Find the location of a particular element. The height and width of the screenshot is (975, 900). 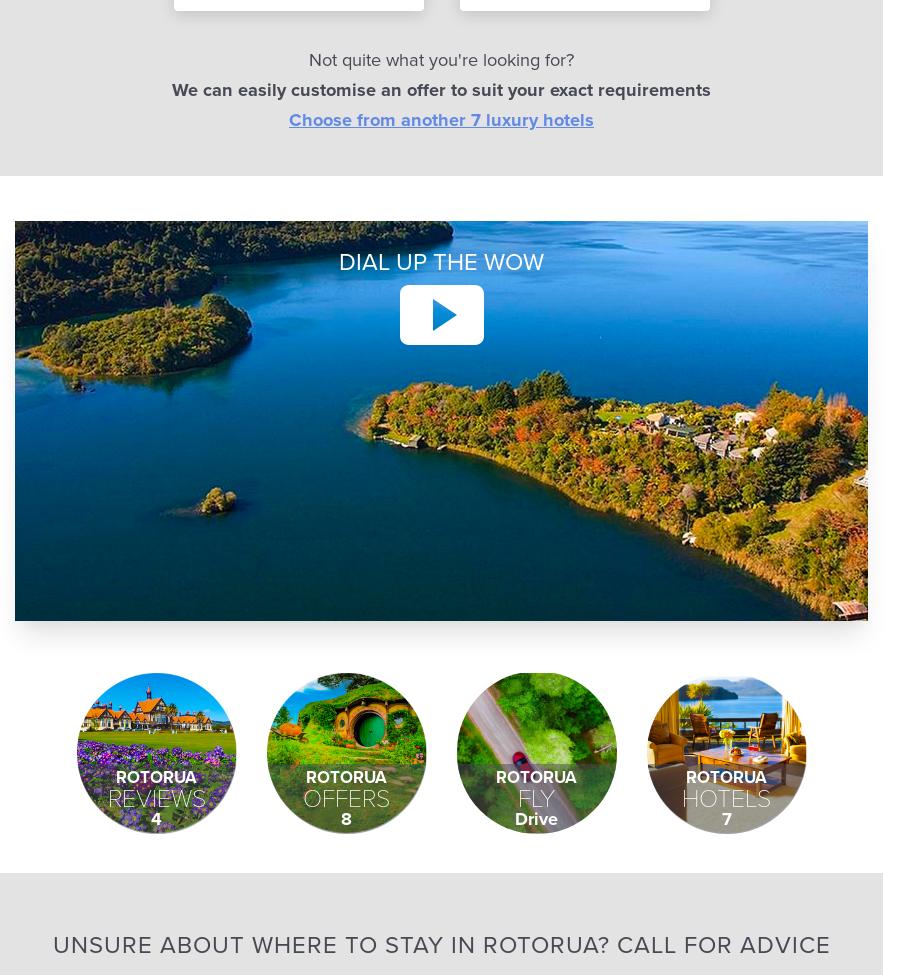

'Travel Vouchers' is located at coordinates (441, 14).